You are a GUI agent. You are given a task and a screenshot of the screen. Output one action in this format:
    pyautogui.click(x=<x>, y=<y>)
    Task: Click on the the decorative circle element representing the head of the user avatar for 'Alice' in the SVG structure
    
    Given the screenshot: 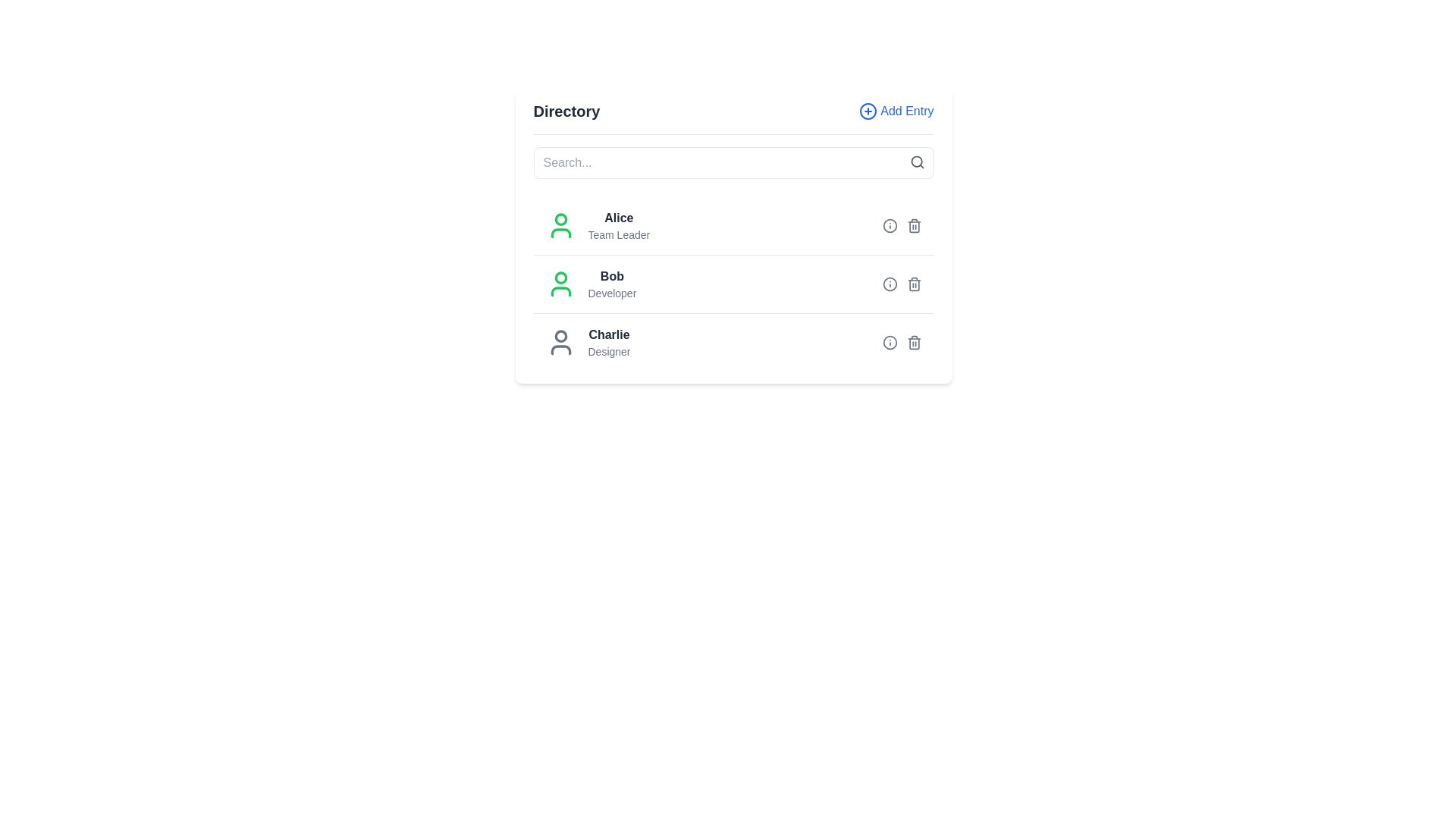 What is the action you would take?
    pyautogui.click(x=560, y=219)
    